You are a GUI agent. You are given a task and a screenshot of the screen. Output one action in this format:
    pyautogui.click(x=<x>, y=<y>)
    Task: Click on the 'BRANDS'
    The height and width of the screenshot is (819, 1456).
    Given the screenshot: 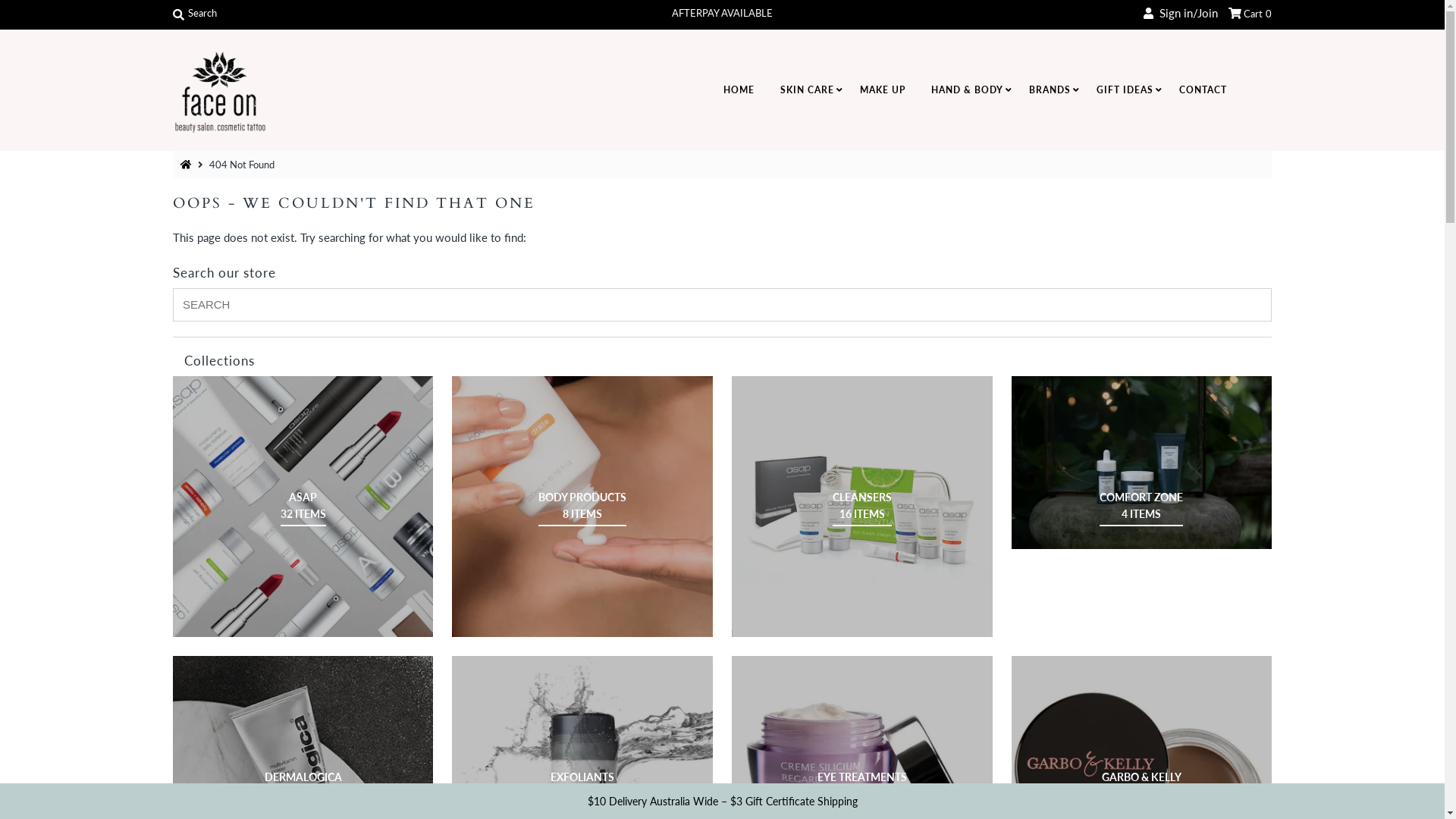 What is the action you would take?
    pyautogui.click(x=1049, y=90)
    